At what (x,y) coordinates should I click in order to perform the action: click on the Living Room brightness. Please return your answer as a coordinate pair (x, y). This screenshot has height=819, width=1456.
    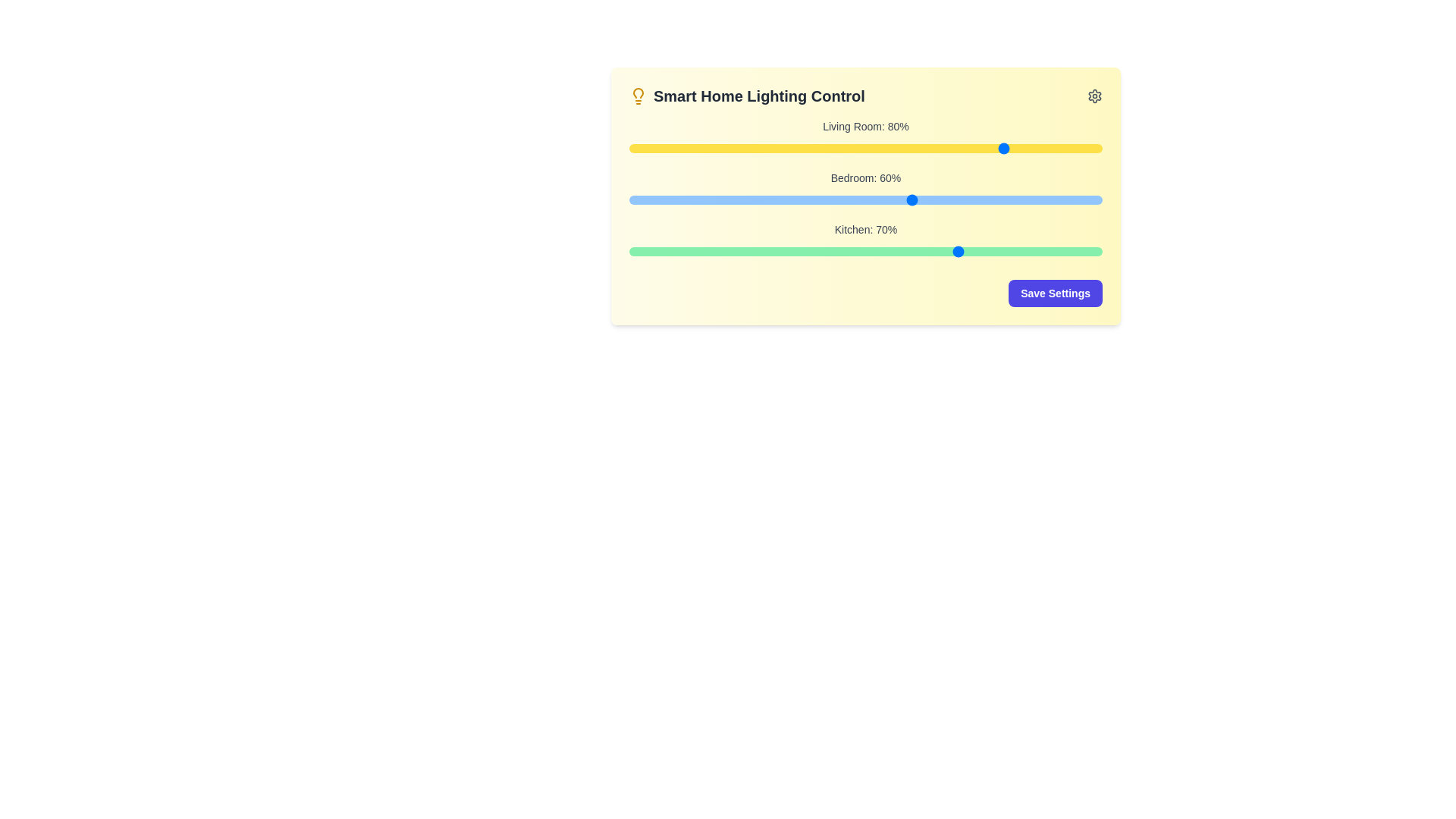
    Looking at the image, I should click on (803, 149).